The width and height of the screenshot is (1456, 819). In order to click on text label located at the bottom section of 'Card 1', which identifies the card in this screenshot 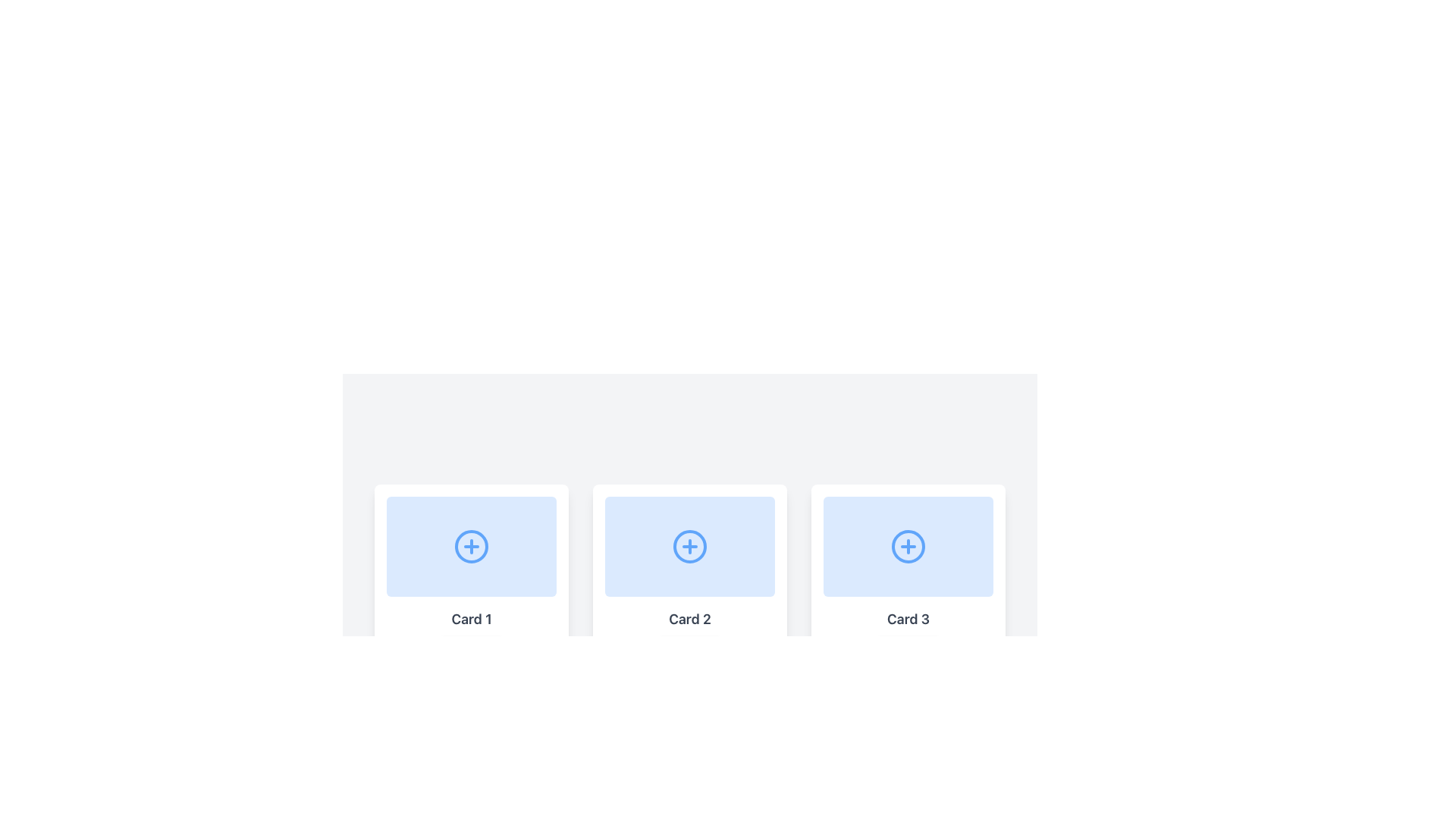, I will do `click(471, 620)`.